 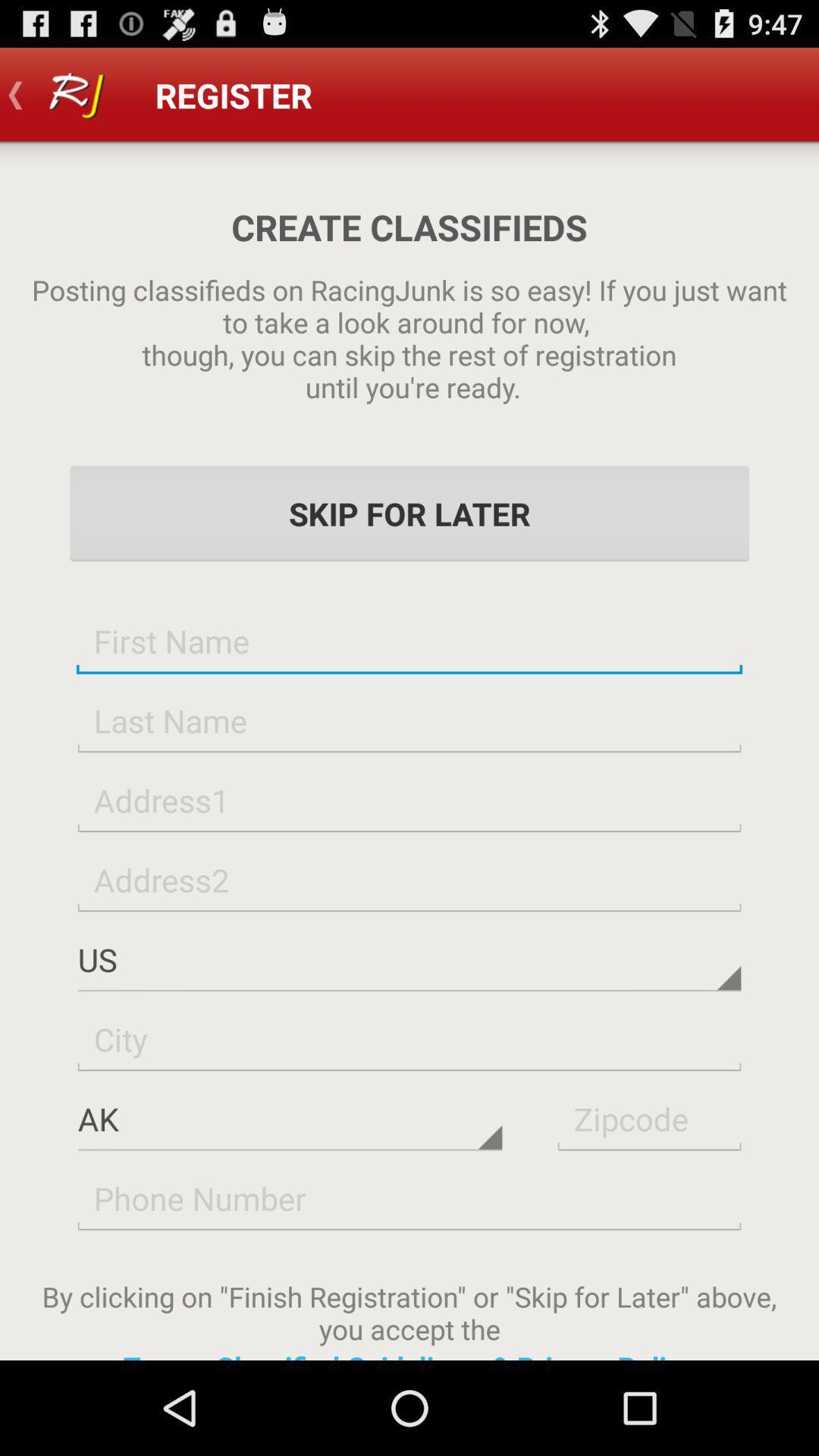 I want to click on type address, so click(x=409, y=799).